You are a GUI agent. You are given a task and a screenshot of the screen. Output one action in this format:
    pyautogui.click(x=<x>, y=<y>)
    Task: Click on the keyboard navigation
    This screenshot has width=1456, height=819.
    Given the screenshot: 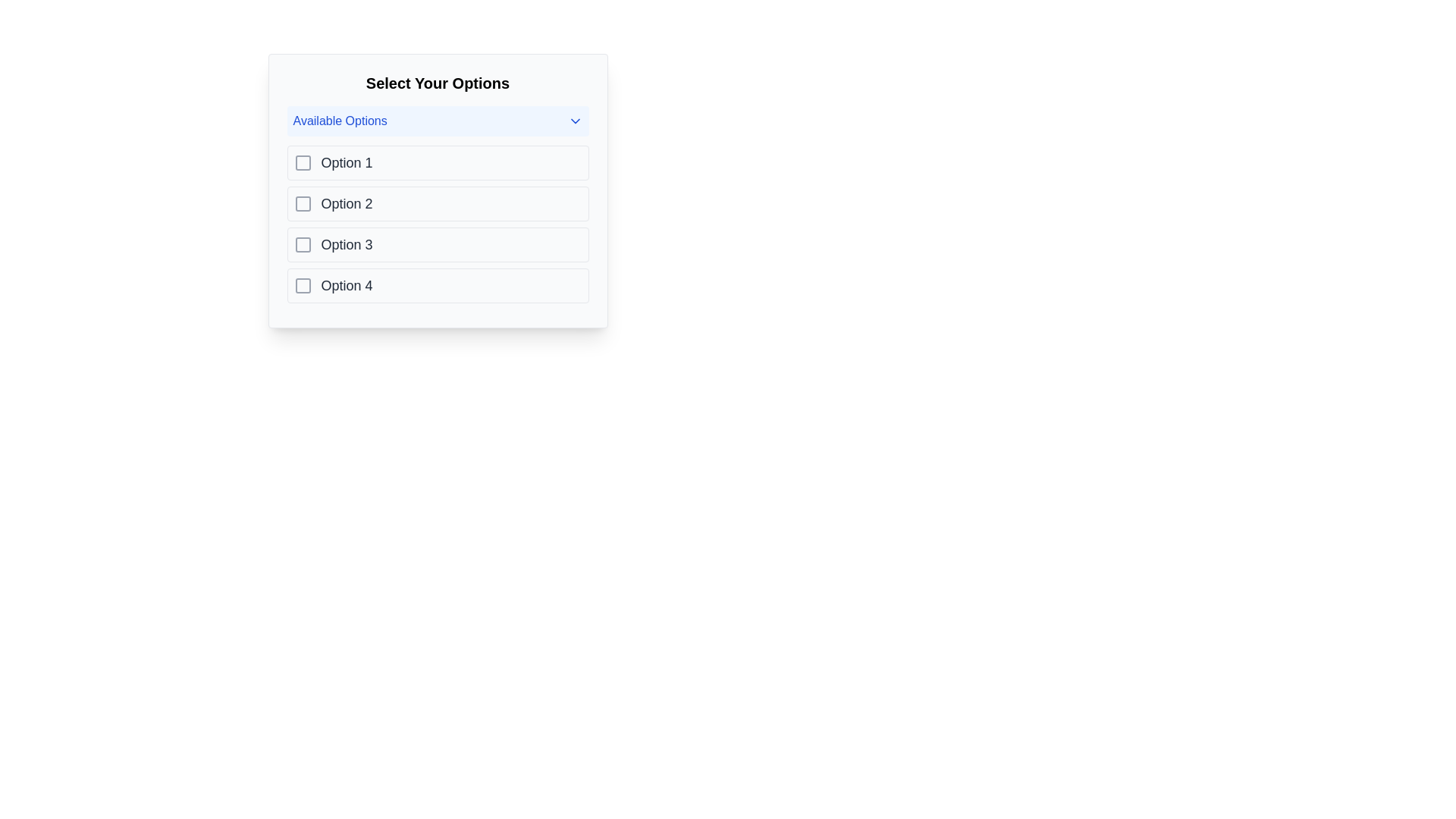 What is the action you would take?
    pyautogui.click(x=303, y=203)
    